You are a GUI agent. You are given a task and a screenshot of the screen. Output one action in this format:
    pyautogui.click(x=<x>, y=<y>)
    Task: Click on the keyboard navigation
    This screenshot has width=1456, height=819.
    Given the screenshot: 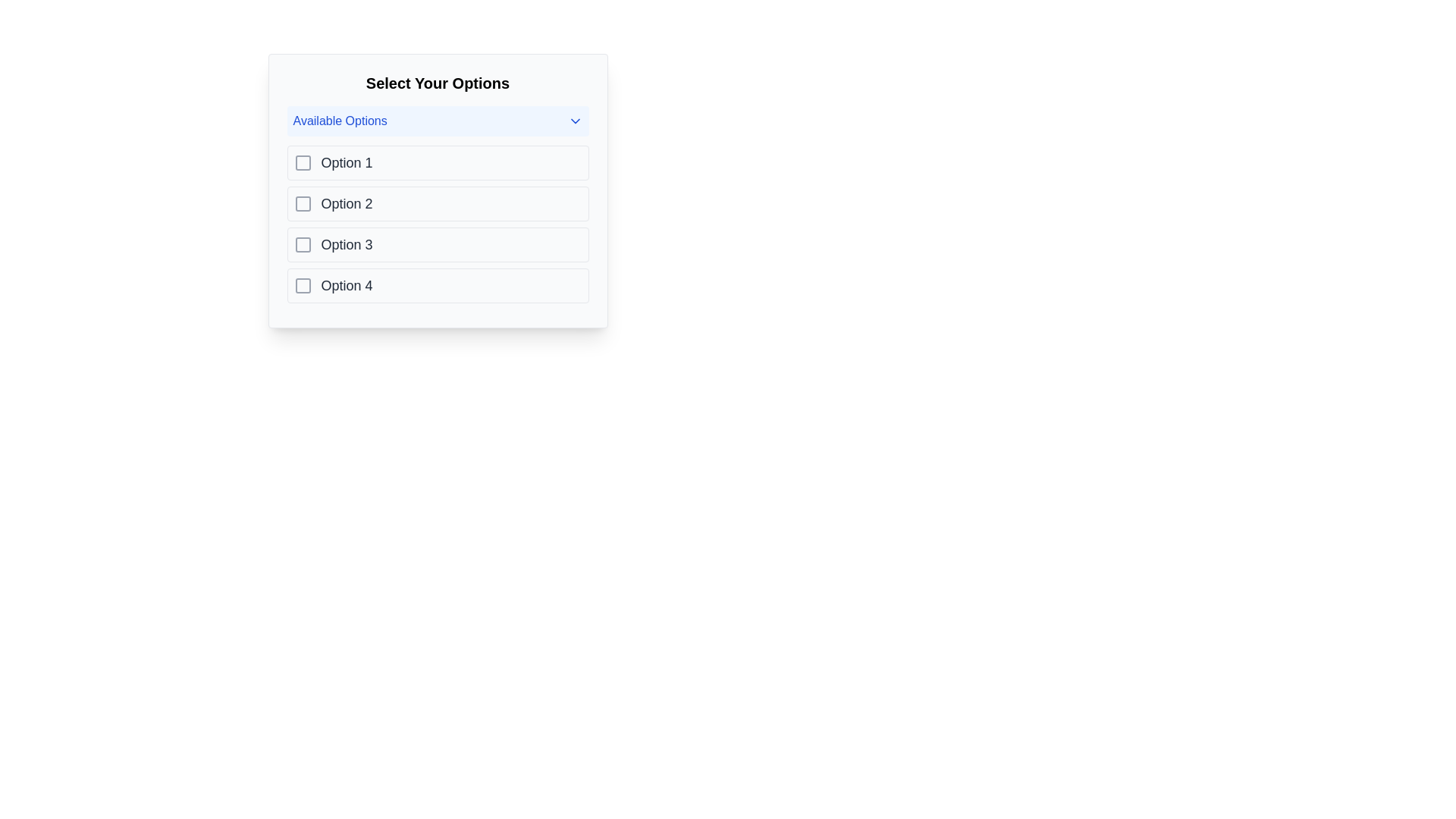 What is the action you would take?
    pyautogui.click(x=303, y=203)
    